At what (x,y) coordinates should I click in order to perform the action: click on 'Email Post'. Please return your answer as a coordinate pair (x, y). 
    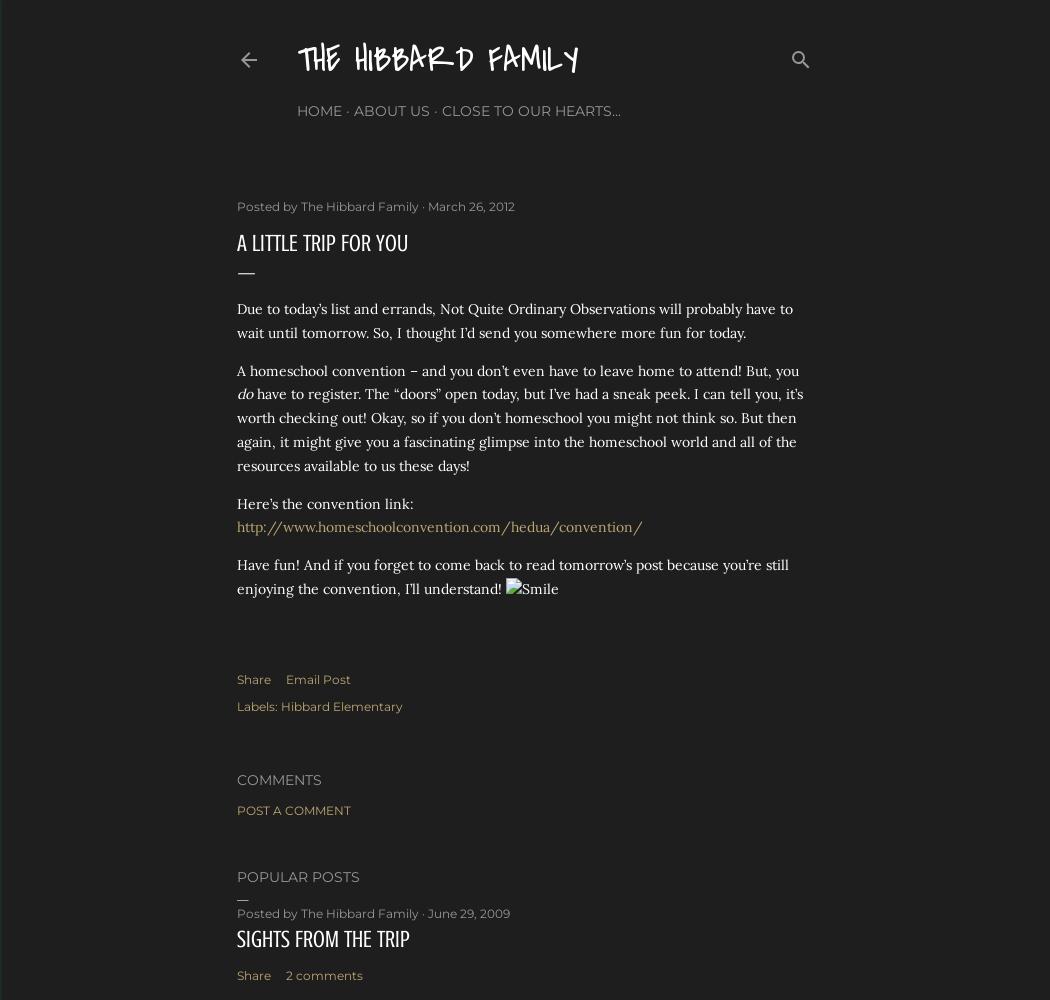
    Looking at the image, I should click on (318, 678).